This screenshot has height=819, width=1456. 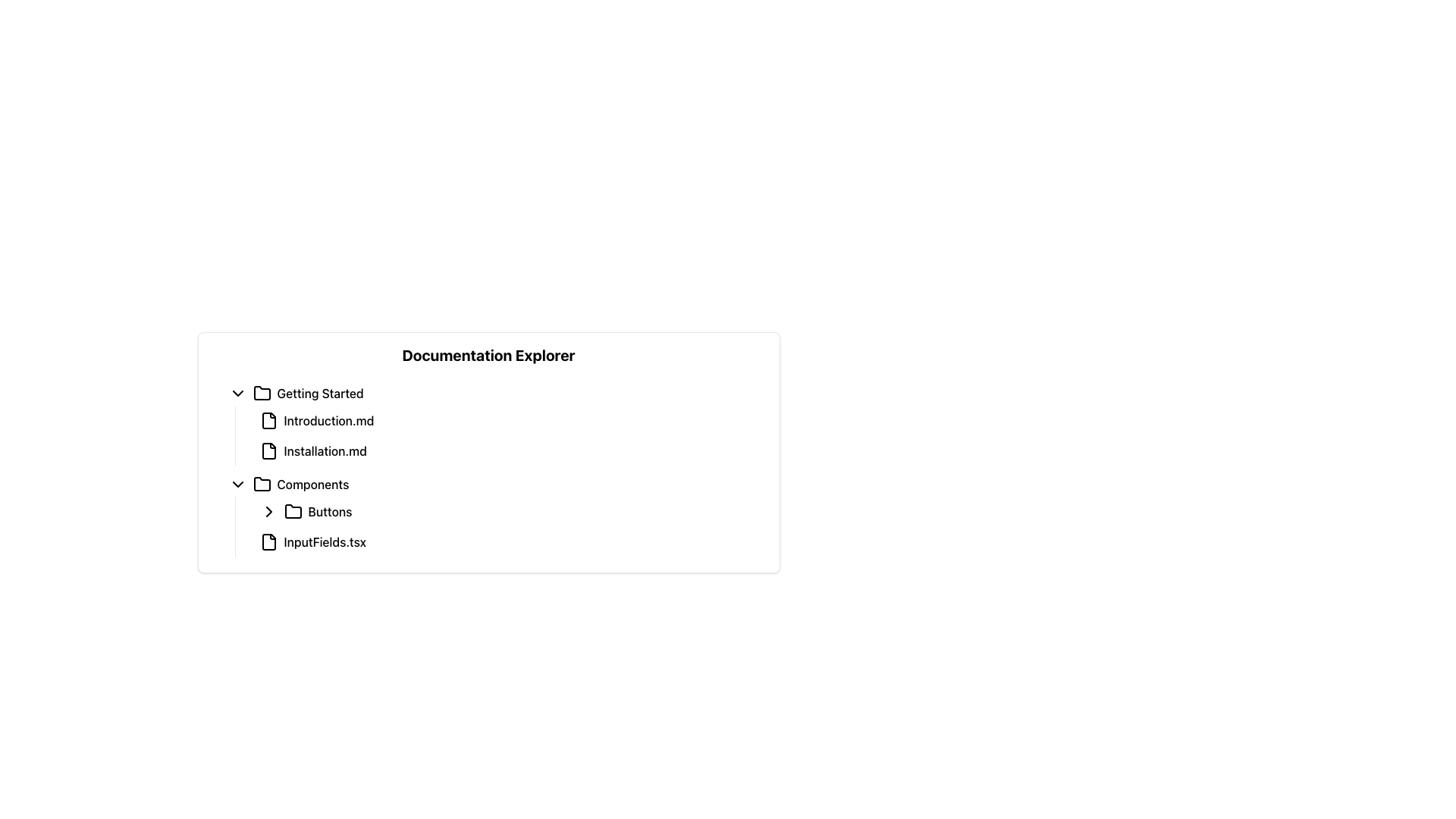 I want to click on the 'Components' folder icon in the Documentation Explorer, so click(x=262, y=484).